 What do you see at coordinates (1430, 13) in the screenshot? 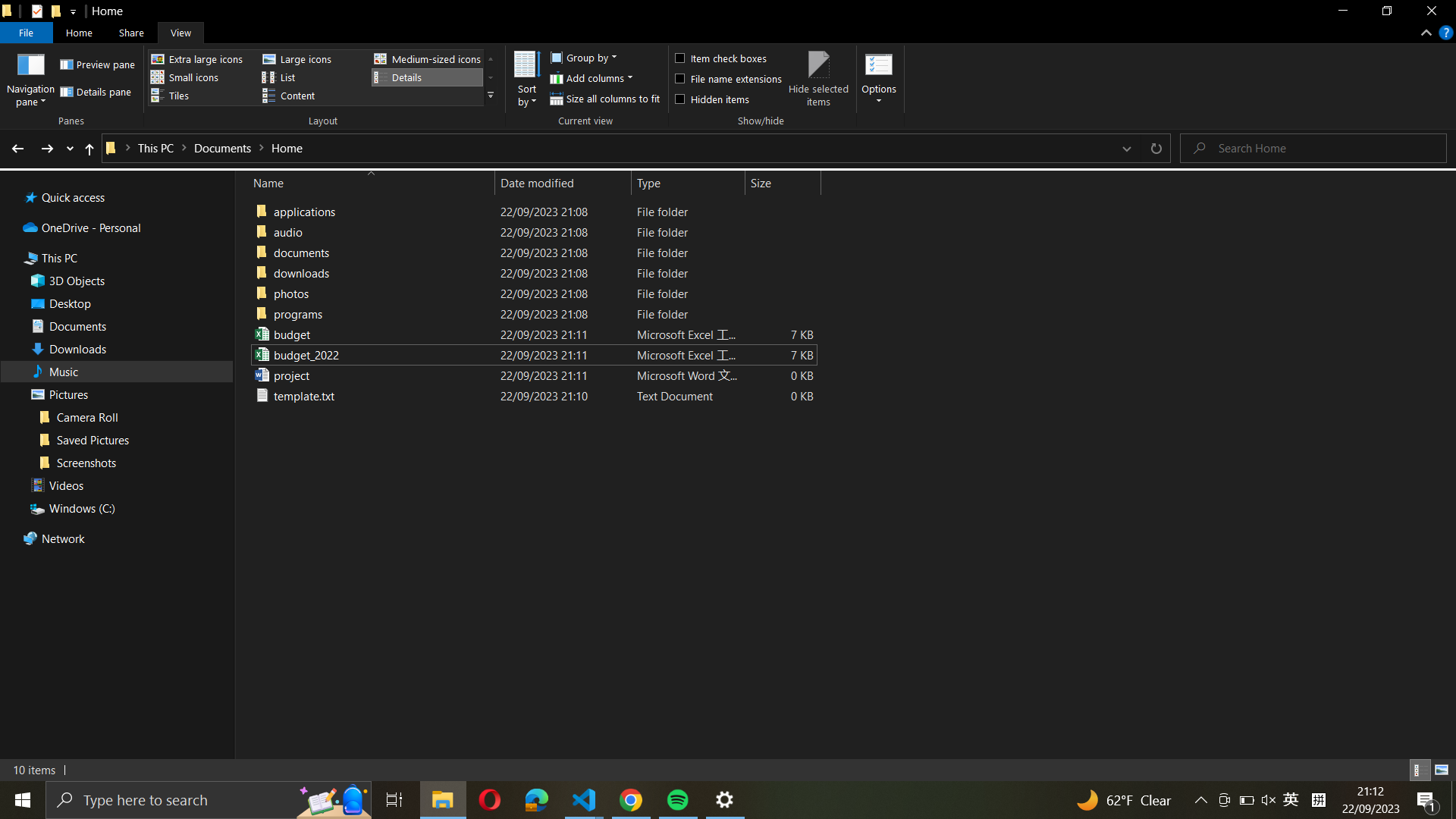
I see `the shutting down of the current interface by clicking the "close_window" option` at bounding box center [1430, 13].